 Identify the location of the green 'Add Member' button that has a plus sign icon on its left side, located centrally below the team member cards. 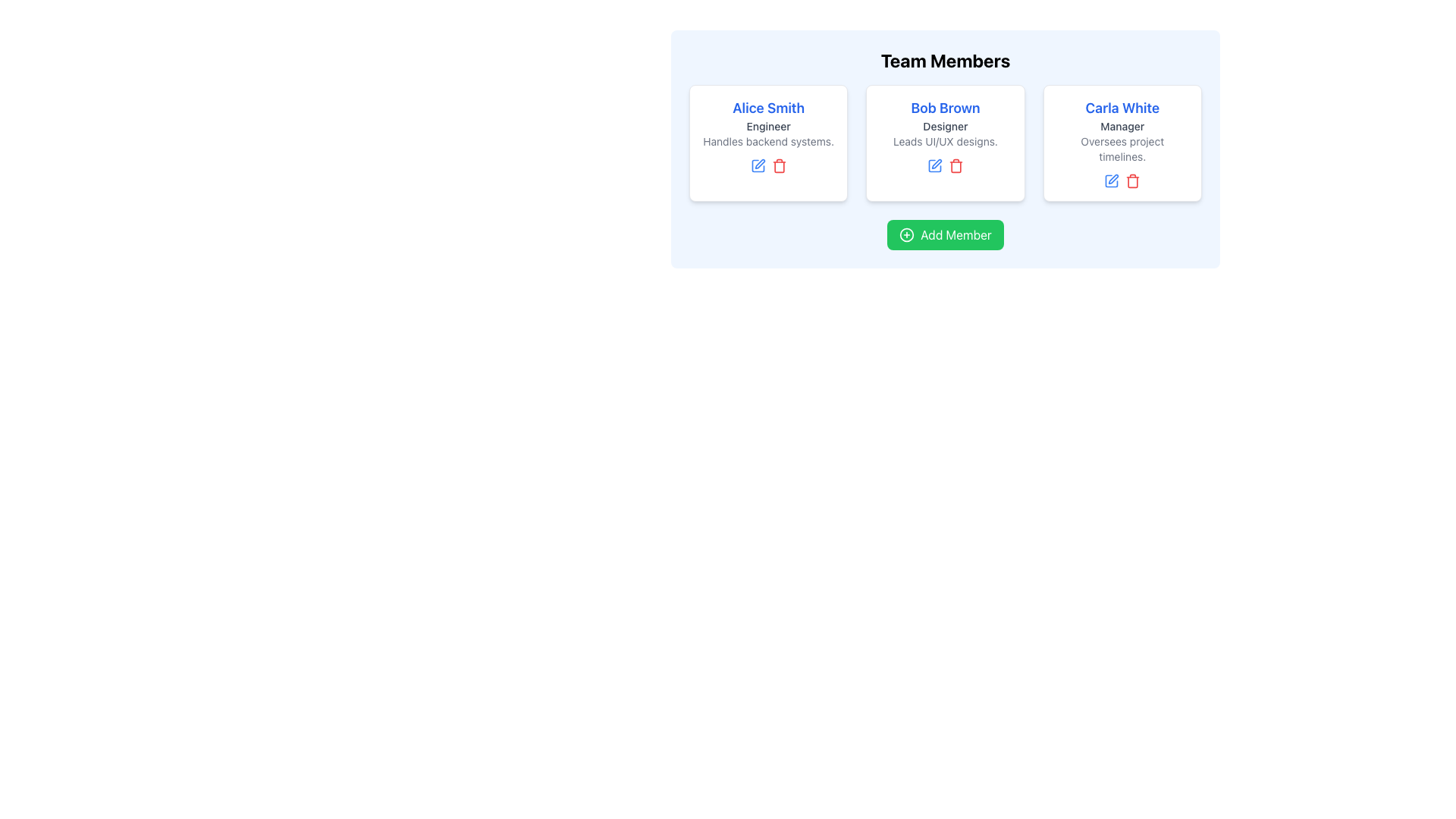
(945, 234).